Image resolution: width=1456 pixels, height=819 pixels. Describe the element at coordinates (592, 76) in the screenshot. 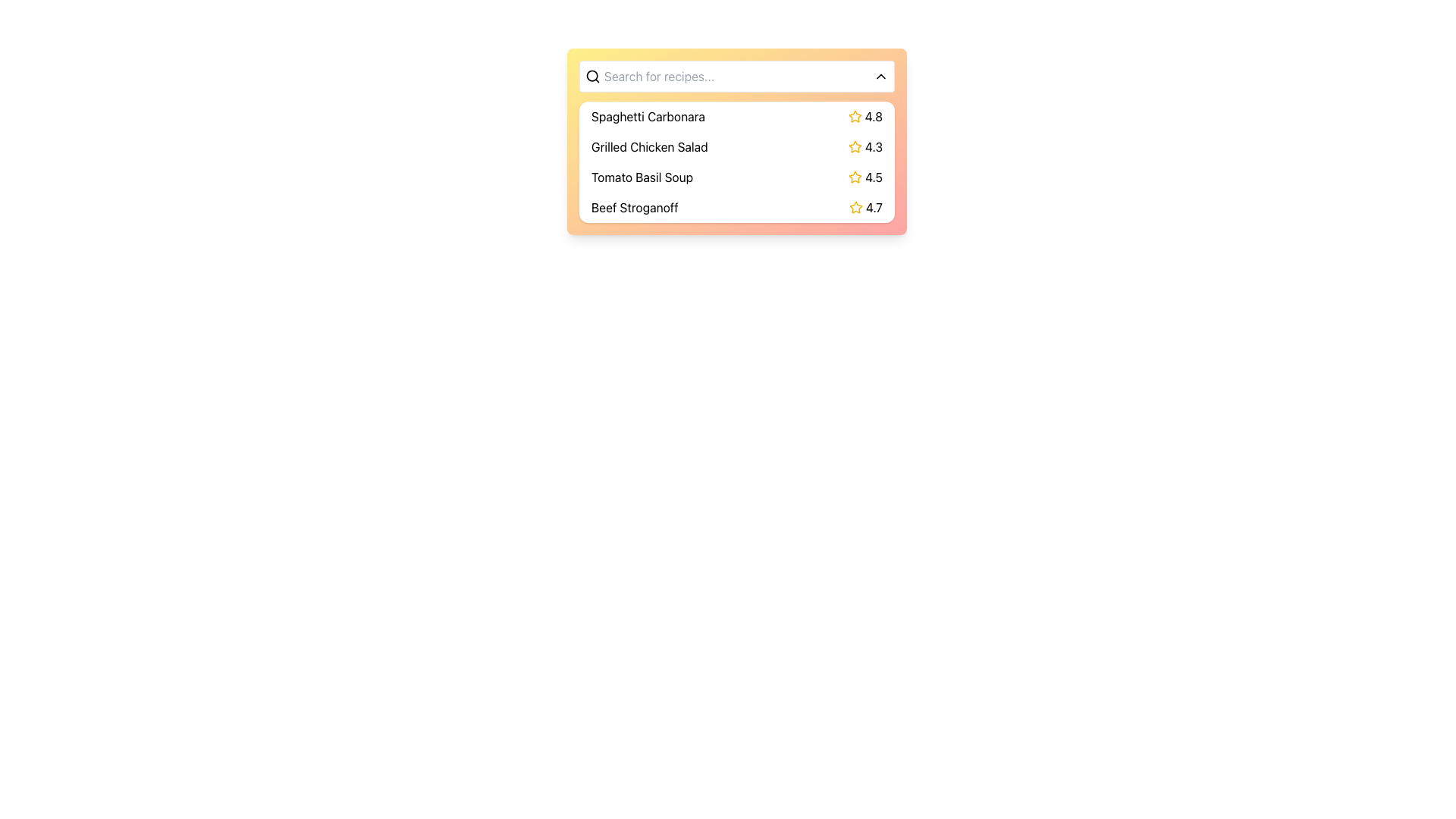

I see `the decorative search icon located on the left side of the search bar, which serves as a visual indicator for the search functionality` at that location.